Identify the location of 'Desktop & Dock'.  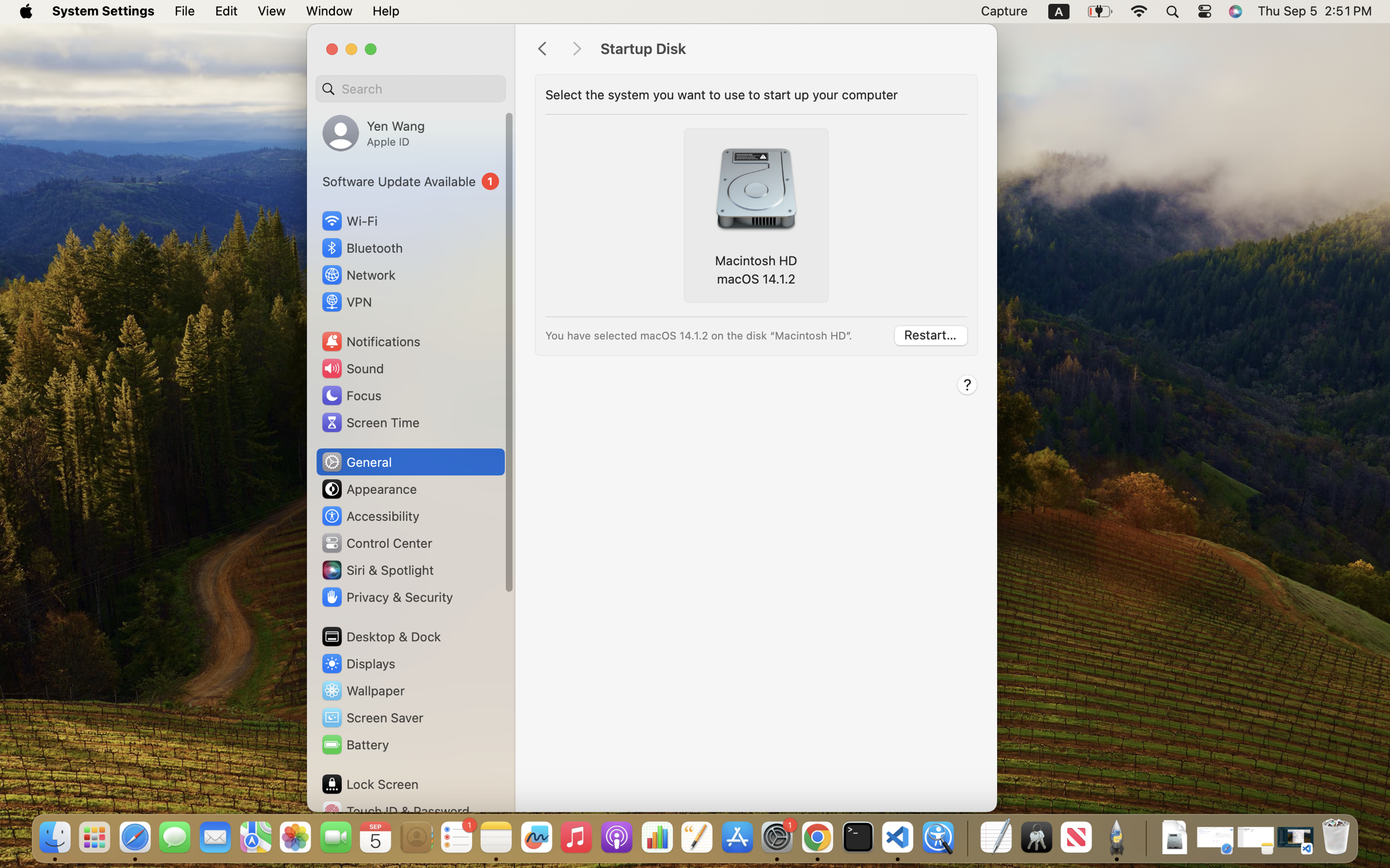
(380, 636).